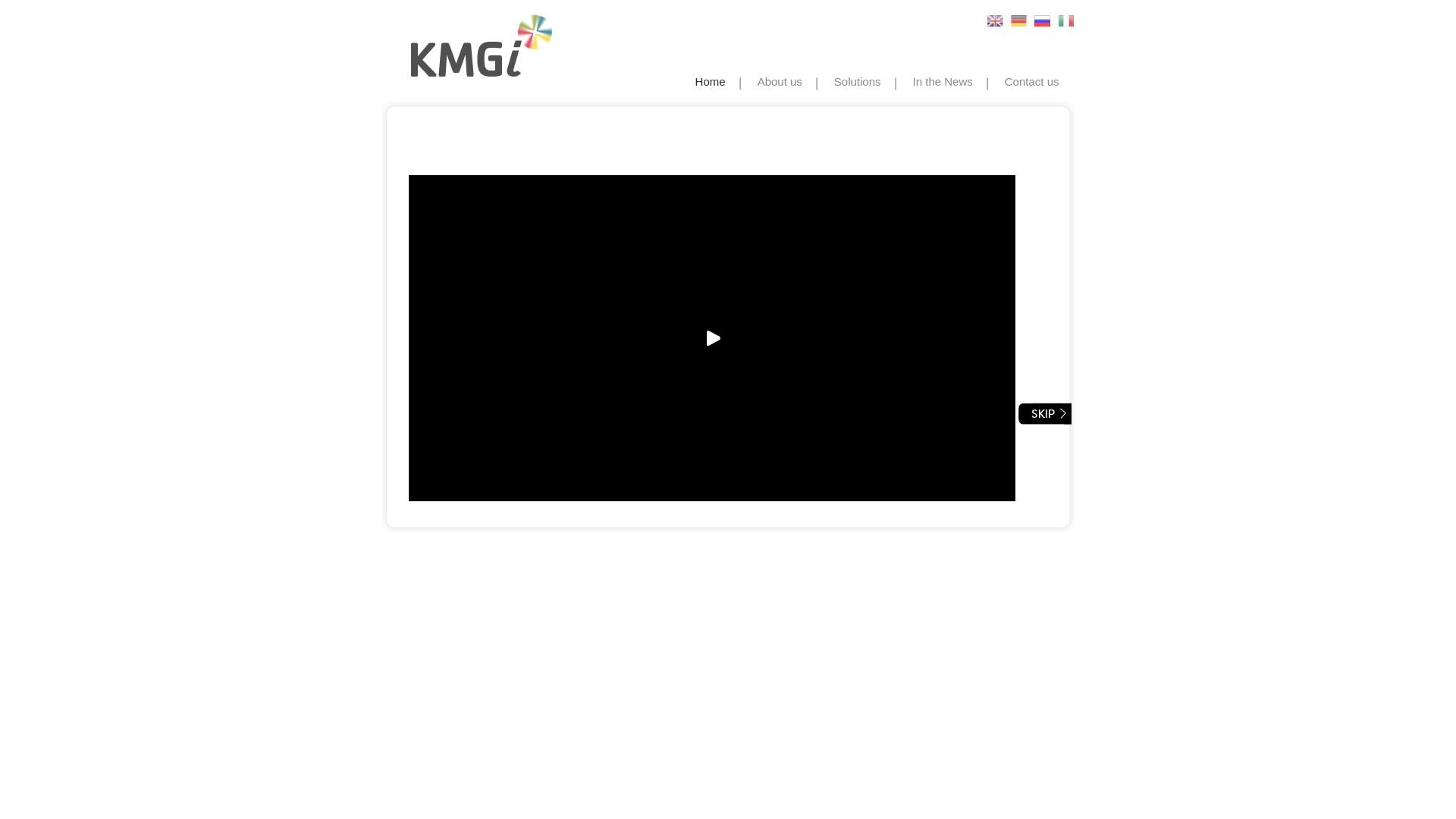 Image resolution: width=1456 pixels, height=819 pixels. I want to click on 'Solutions', so click(858, 81).